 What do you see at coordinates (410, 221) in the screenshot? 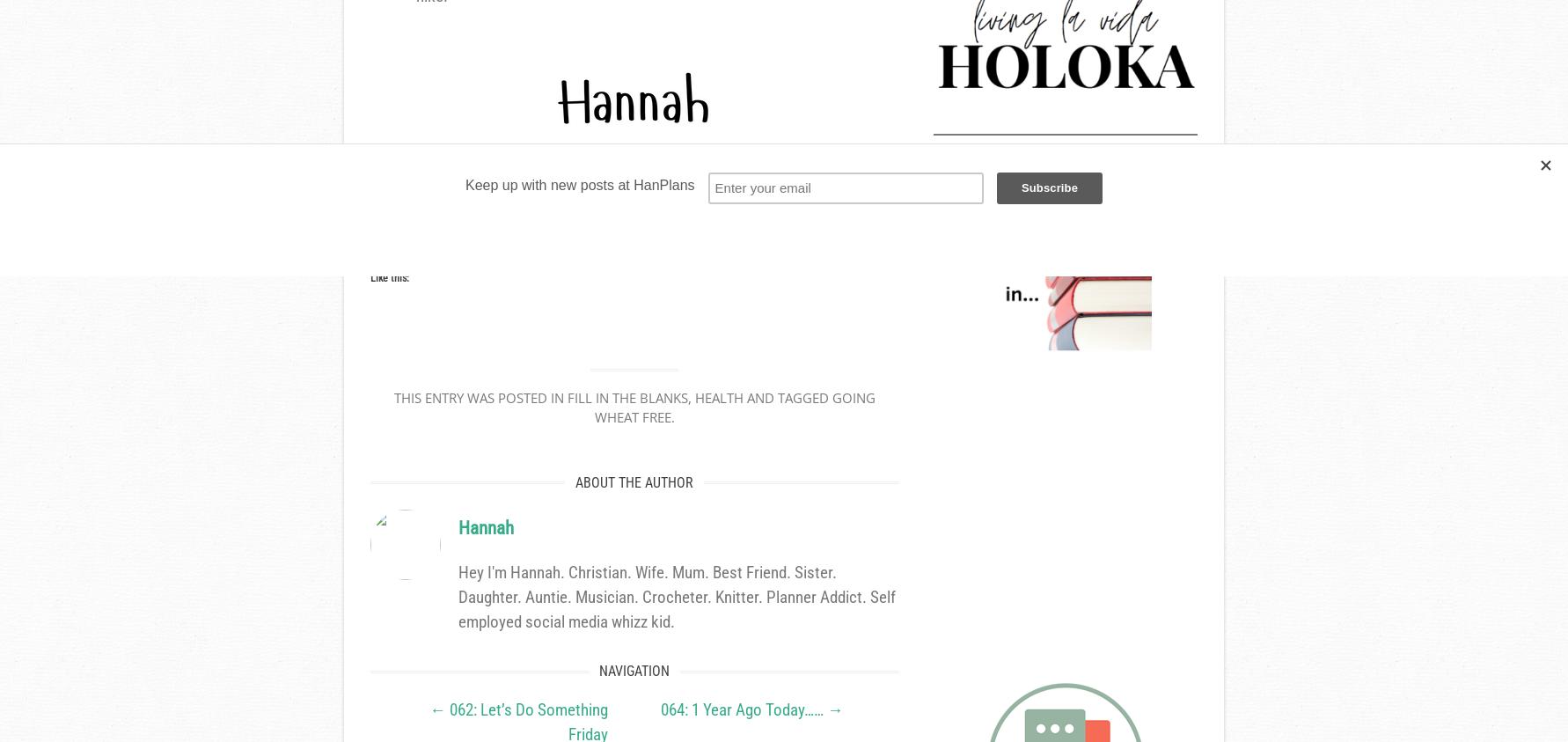
I see `'Share'` at bounding box center [410, 221].